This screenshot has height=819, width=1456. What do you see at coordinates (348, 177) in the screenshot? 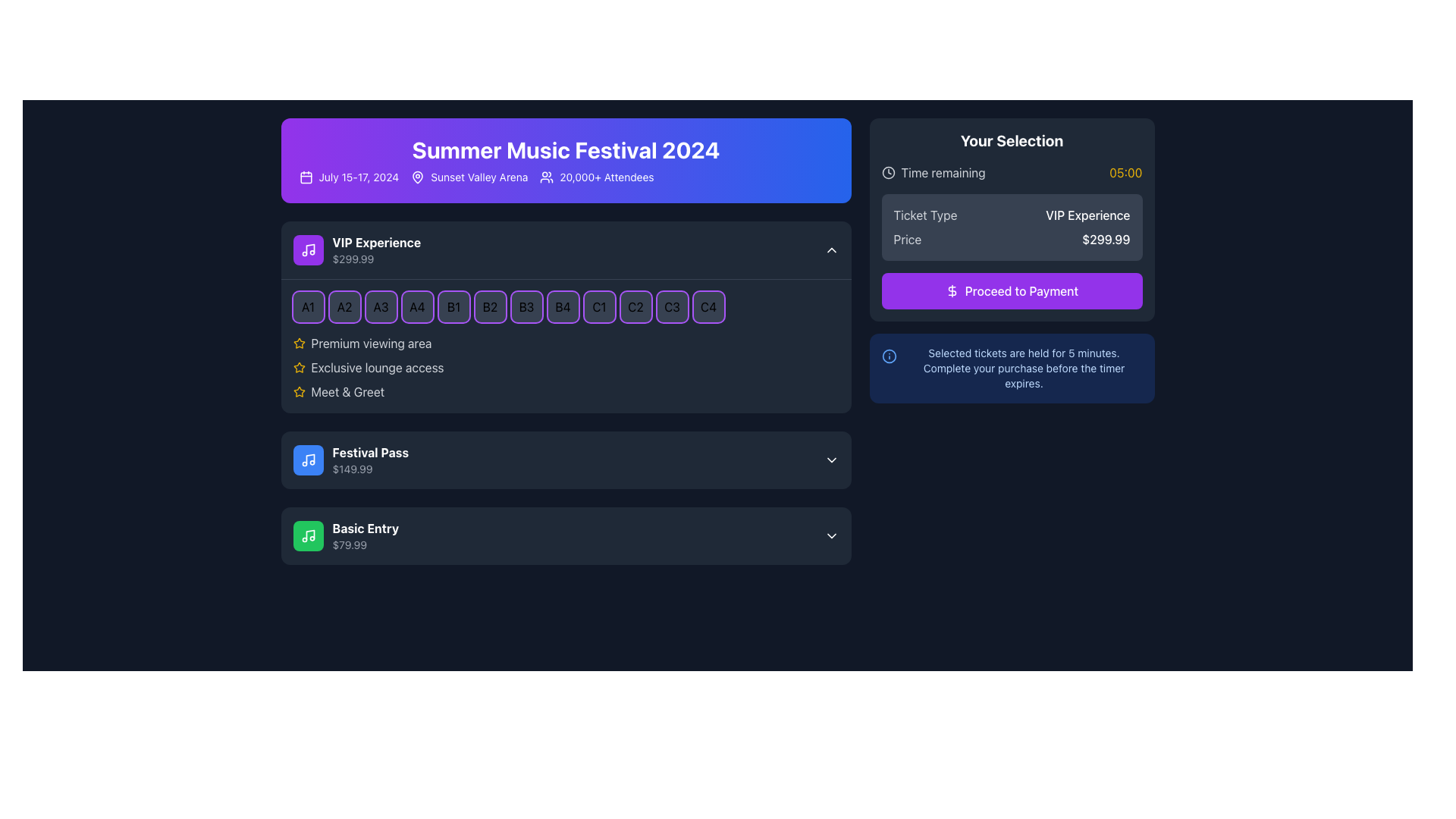
I see `the text label displaying 'July 15-17, 2024' next to the minimalist calendar icon, located in the purple rectangular segment at the top-left corner of the interface` at bounding box center [348, 177].